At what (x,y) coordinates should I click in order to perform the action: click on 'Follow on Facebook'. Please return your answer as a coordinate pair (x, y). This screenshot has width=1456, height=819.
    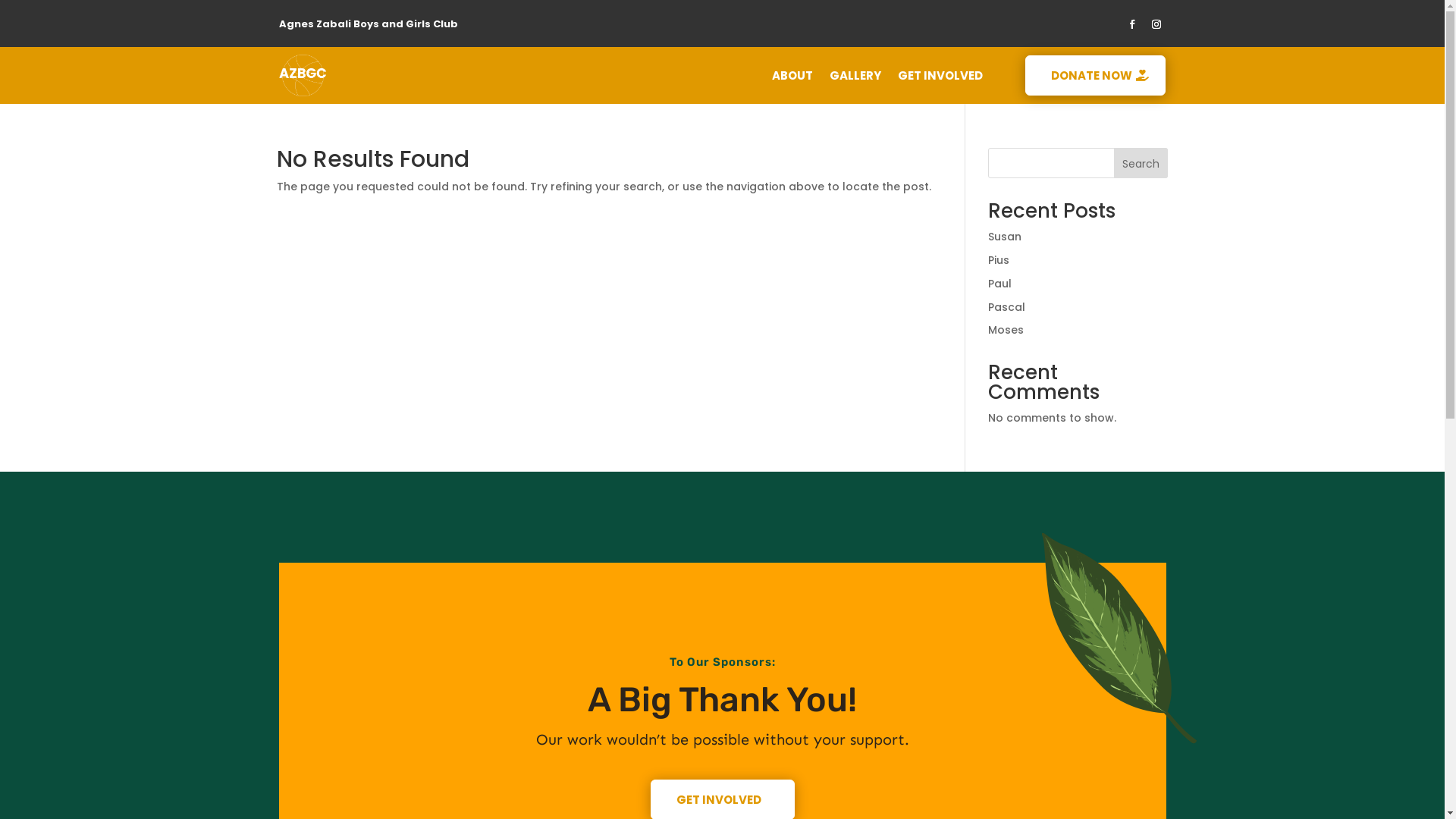
    Looking at the image, I should click on (1131, 24).